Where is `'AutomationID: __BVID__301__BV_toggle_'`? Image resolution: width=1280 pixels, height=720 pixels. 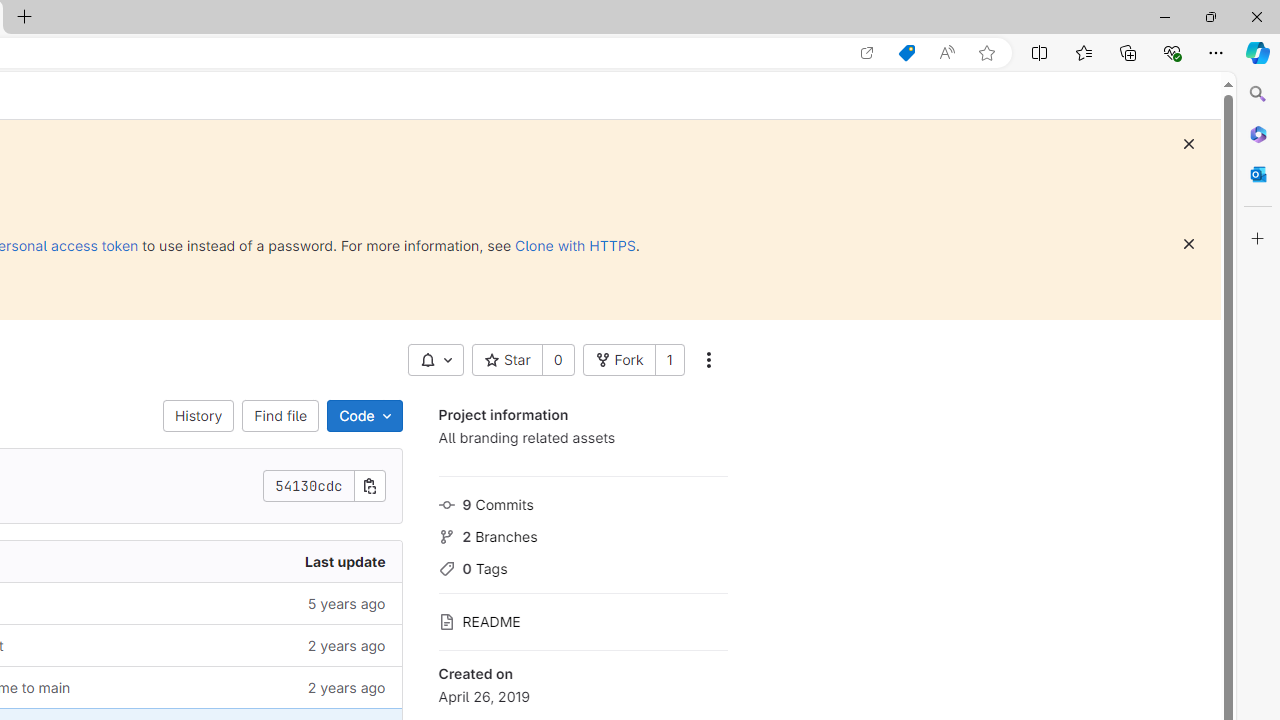 'AutomationID: __BVID__301__BV_toggle_' is located at coordinates (434, 360).